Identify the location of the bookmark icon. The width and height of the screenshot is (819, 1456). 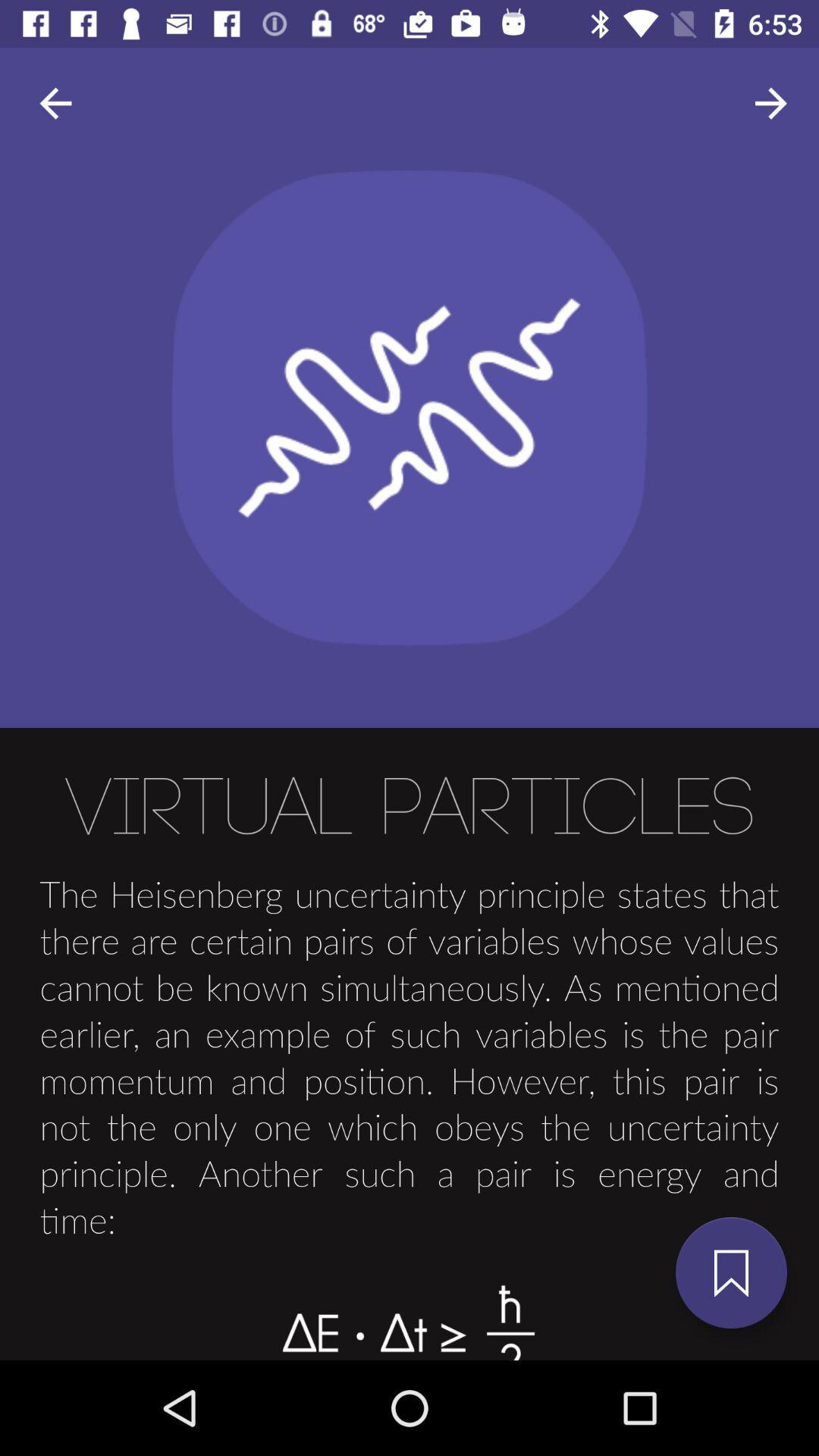
(730, 1272).